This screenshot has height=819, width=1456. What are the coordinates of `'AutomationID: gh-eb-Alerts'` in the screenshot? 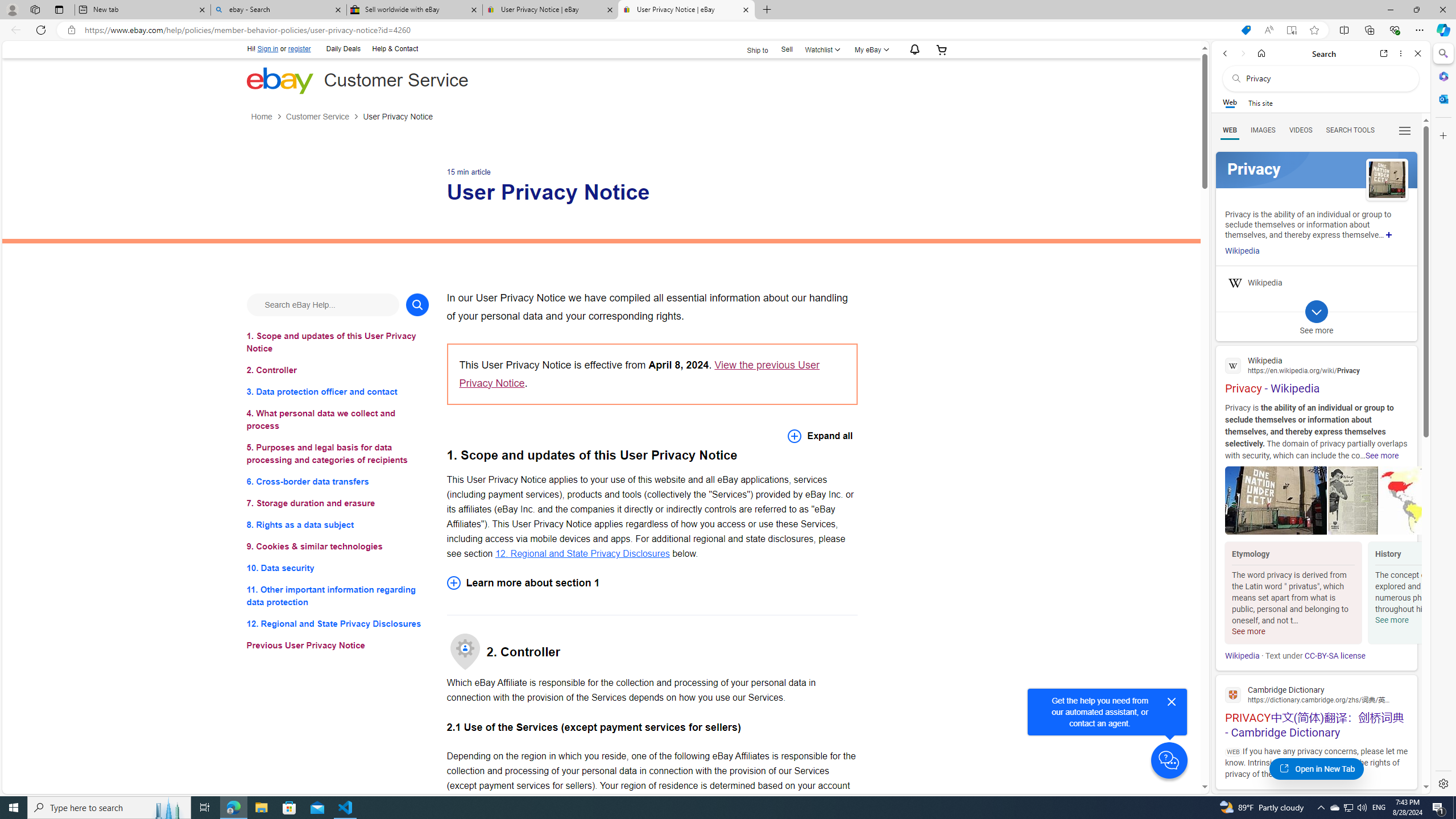 It's located at (913, 49).